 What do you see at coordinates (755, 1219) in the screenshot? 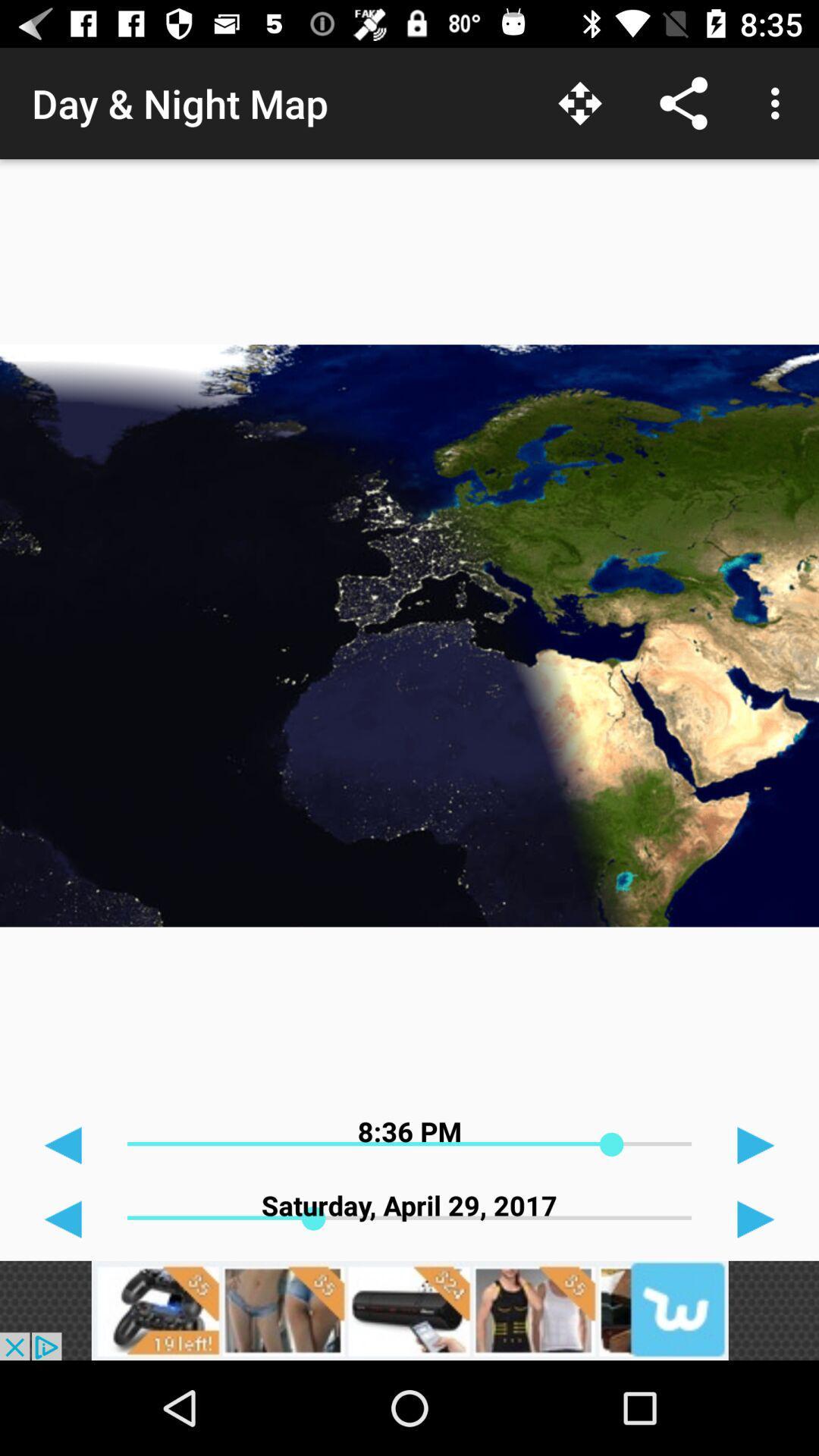
I see `the play icon` at bounding box center [755, 1219].